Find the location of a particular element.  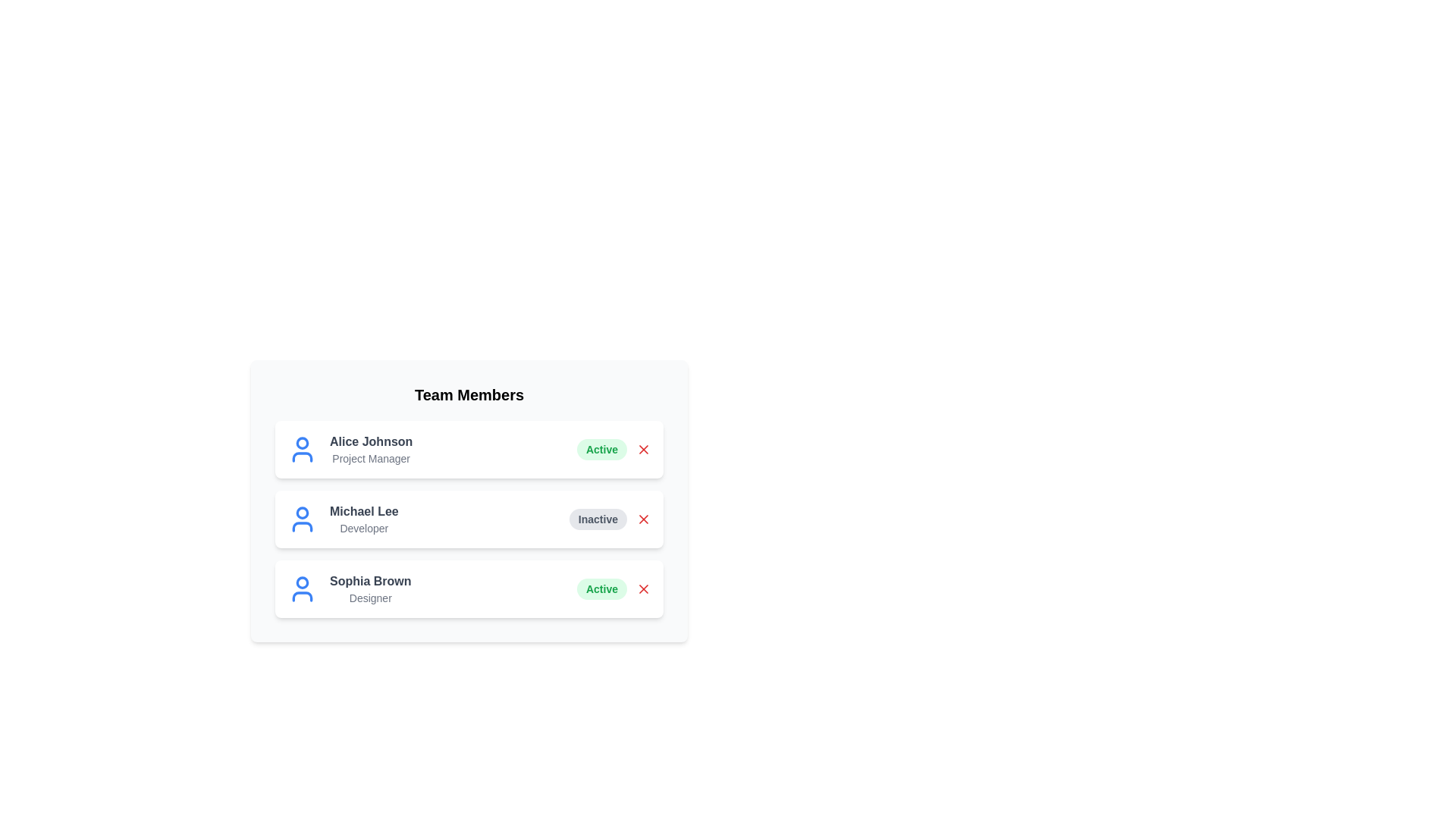

'X' button next to the member Sophia Brown to remove them from the team is located at coordinates (644, 588).